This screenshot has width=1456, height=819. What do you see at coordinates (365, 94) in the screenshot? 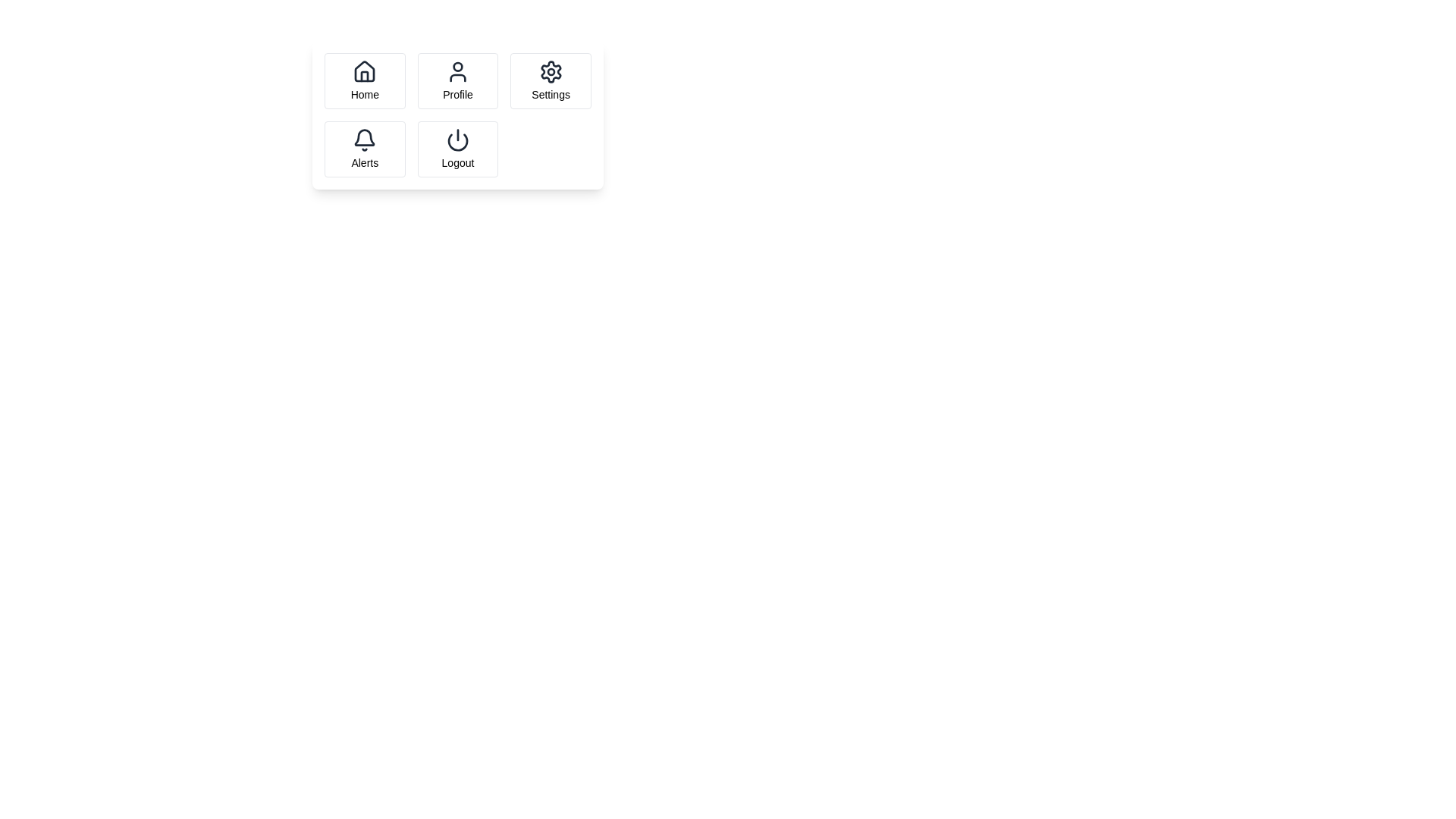
I see `the 'Home' text label, which indicates the functionality of the Home button and is positioned below the house icon, aligned with 'Profile' and 'Settings'` at bounding box center [365, 94].